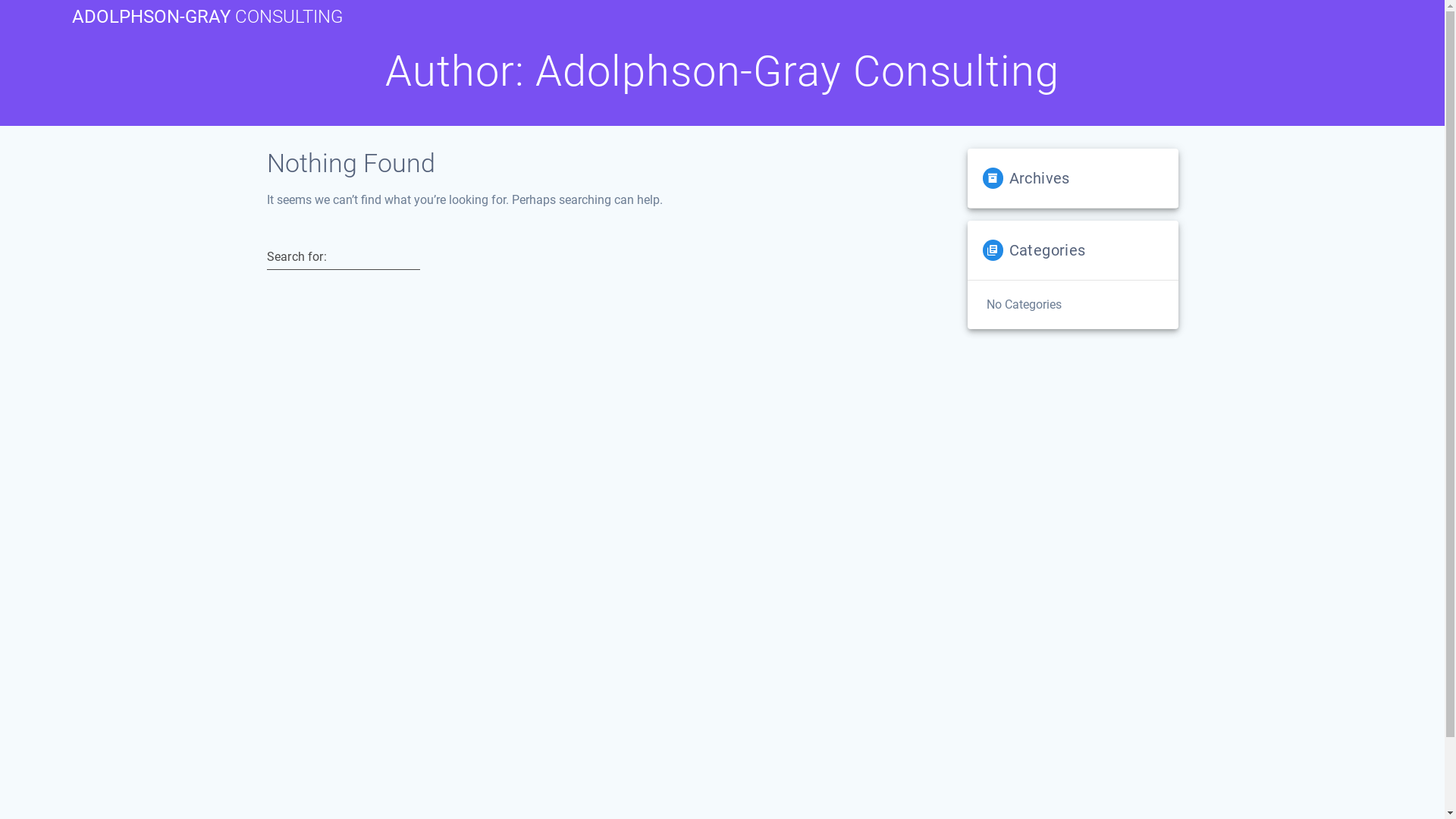  What do you see at coordinates (206, 17) in the screenshot?
I see `'ADOLPHSON-GRAY CONSULTING'` at bounding box center [206, 17].